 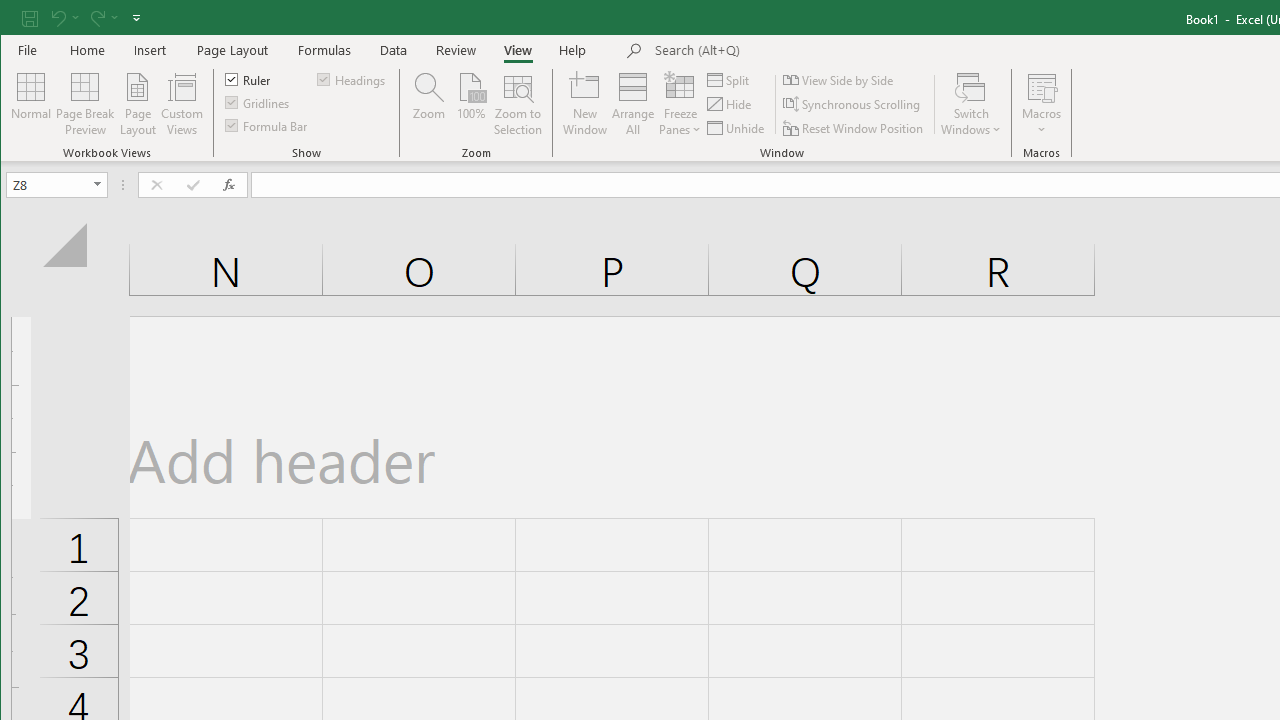 I want to click on 'New Window', so click(x=584, y=104).